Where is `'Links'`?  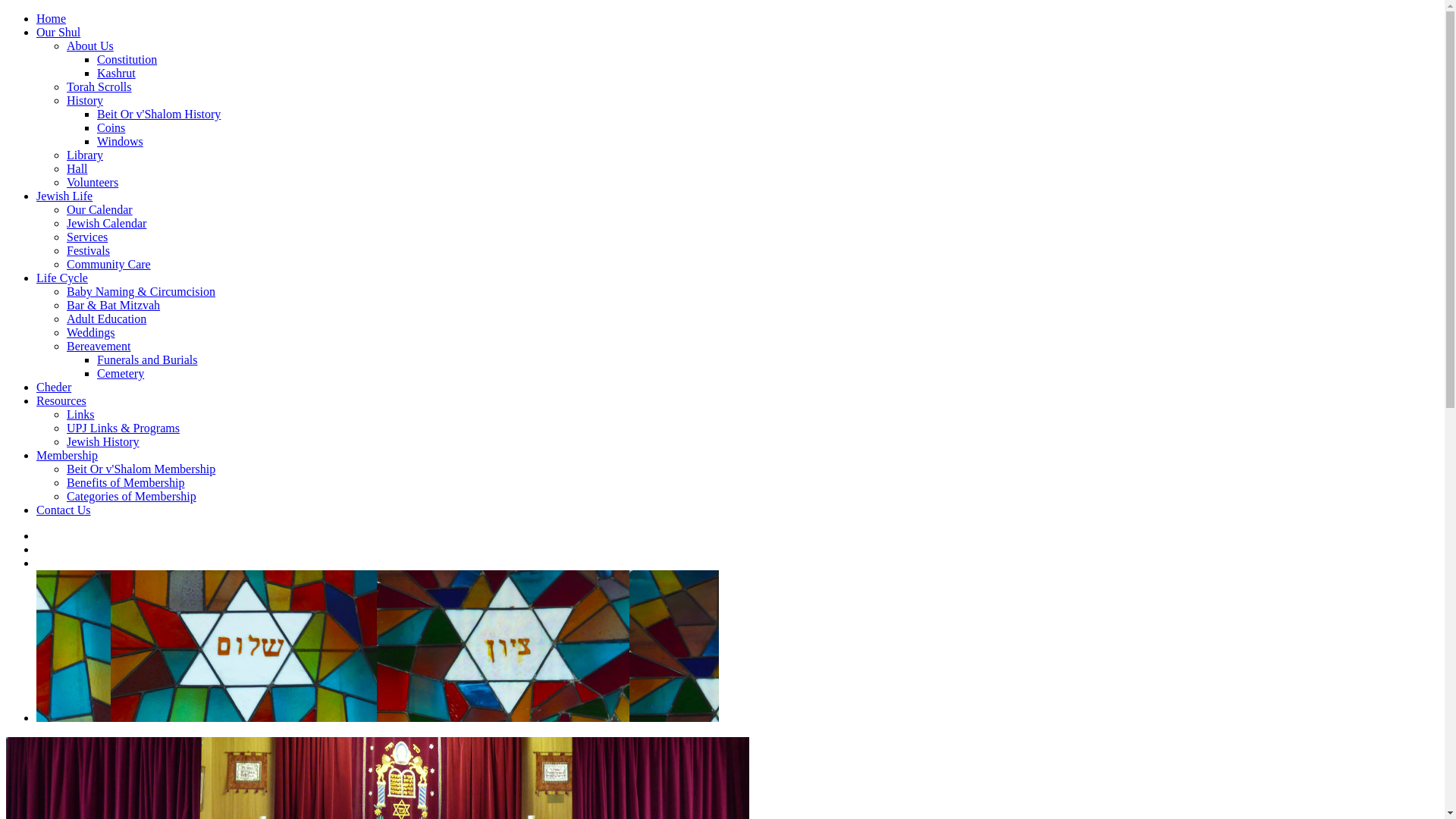
'Links' is located at coordinates (79, 414).